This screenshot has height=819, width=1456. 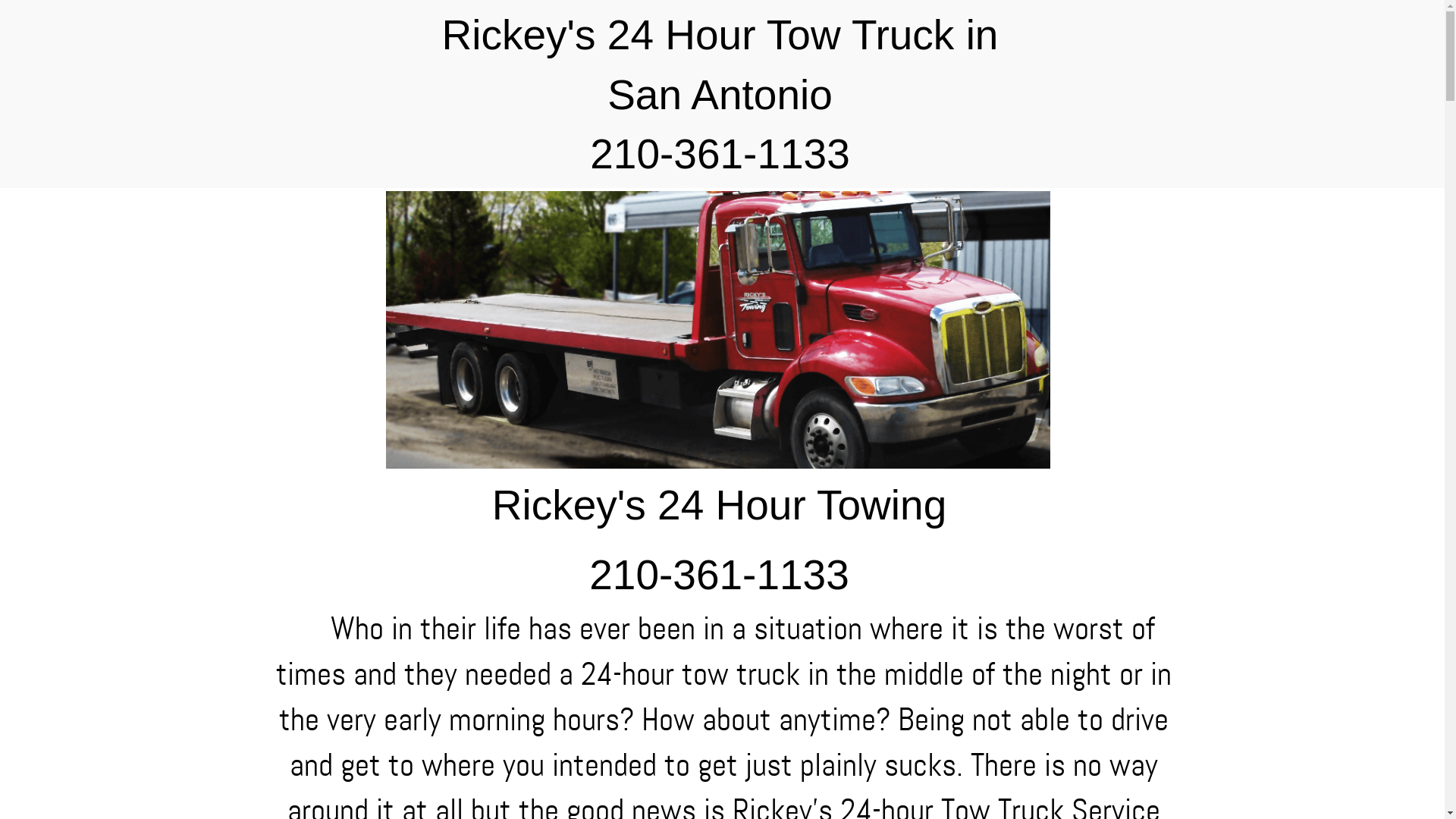 I want to click on '210-361-1133', so click(x=719, y=154).